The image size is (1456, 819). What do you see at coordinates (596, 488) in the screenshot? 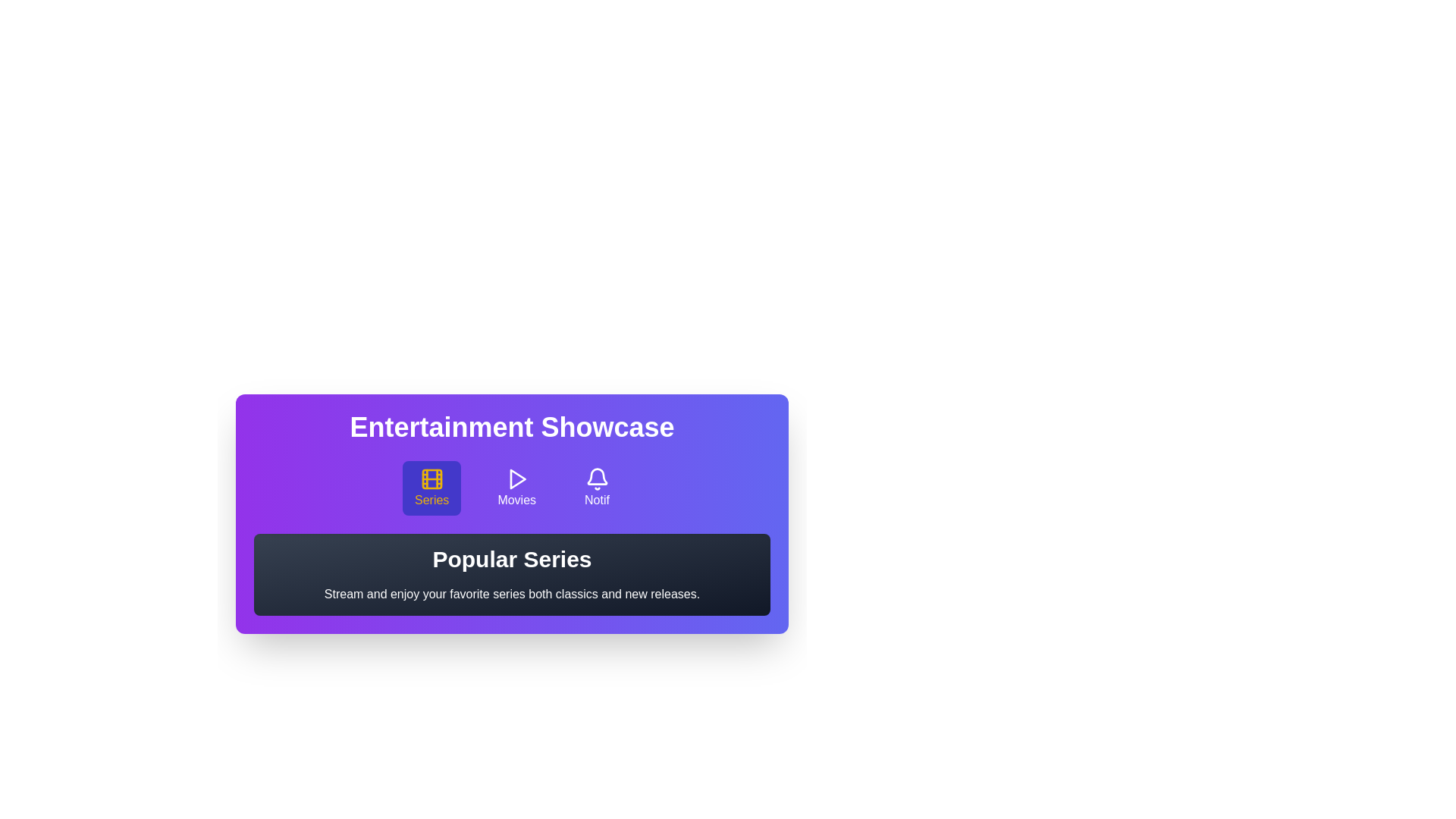
I see `the Icon button with text label located under the 'Entertainment Showcase' header to observe any hover effects` at bounding box center [596, 488].